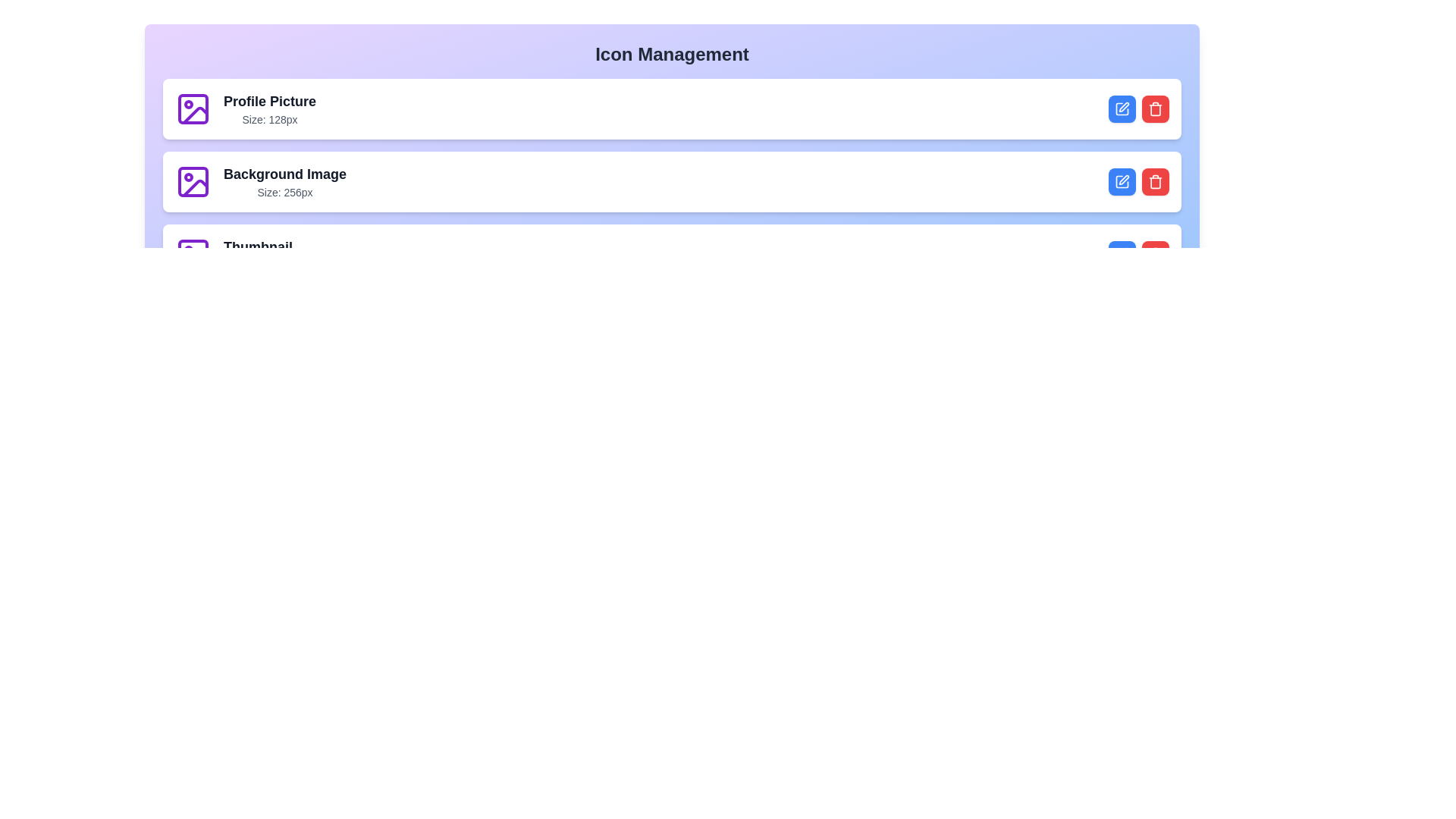 This screenshot has width=1456, height=819. What do you see at coordinates (1154, 181) in the screenshot?
I see `the middle component of the trash can icon, which signifies a delete operation, located within the right-side action buttons of a list entry` at bounding box center [1154, 181].